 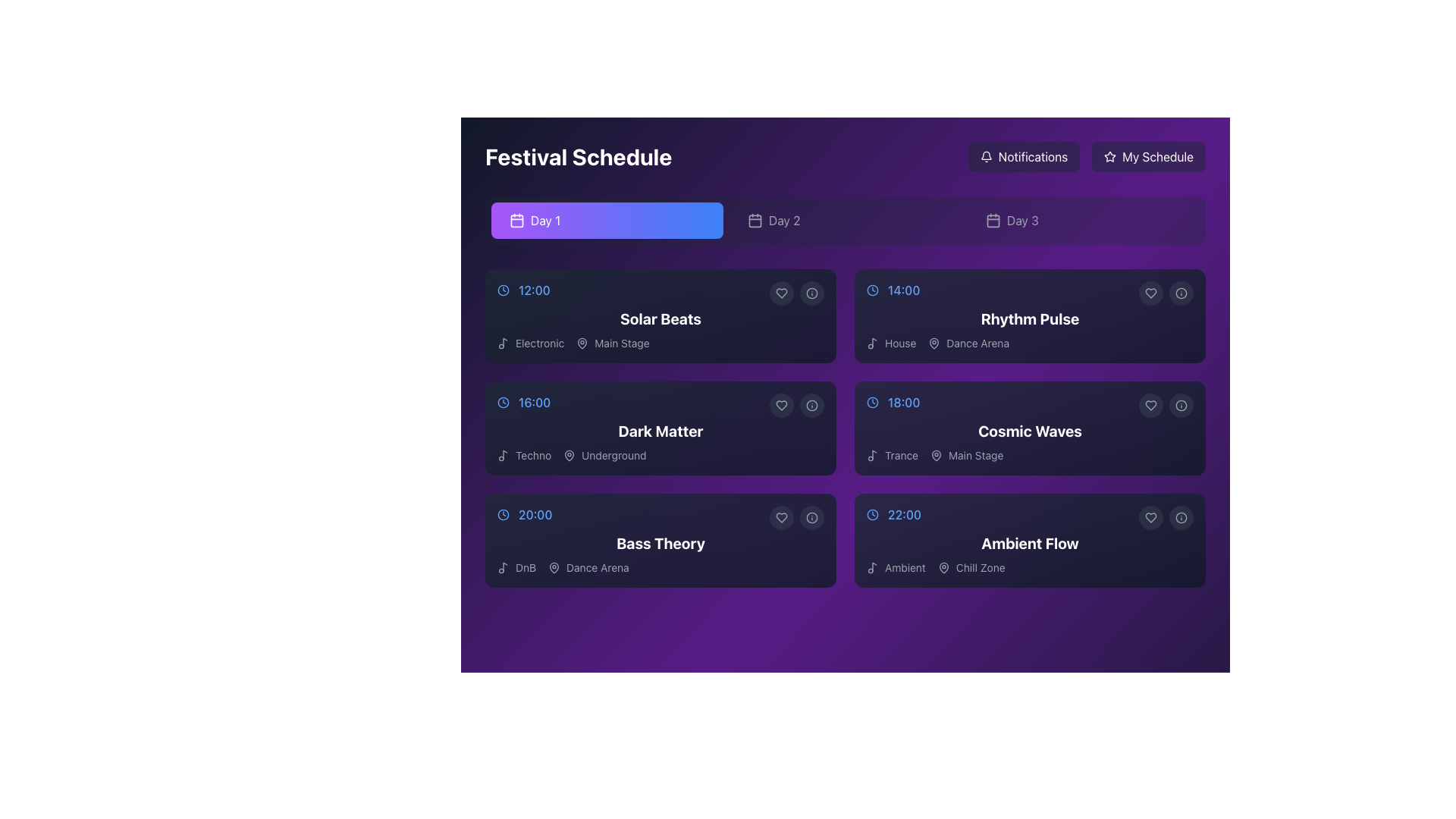 What do you see at coordinates (503, 290) in the screenshot?
I see `the circular graphical component that represents the clock icon within the 'Solar Beats' card, located in the first column and first row of the grid` at bounding box center [503, 290].